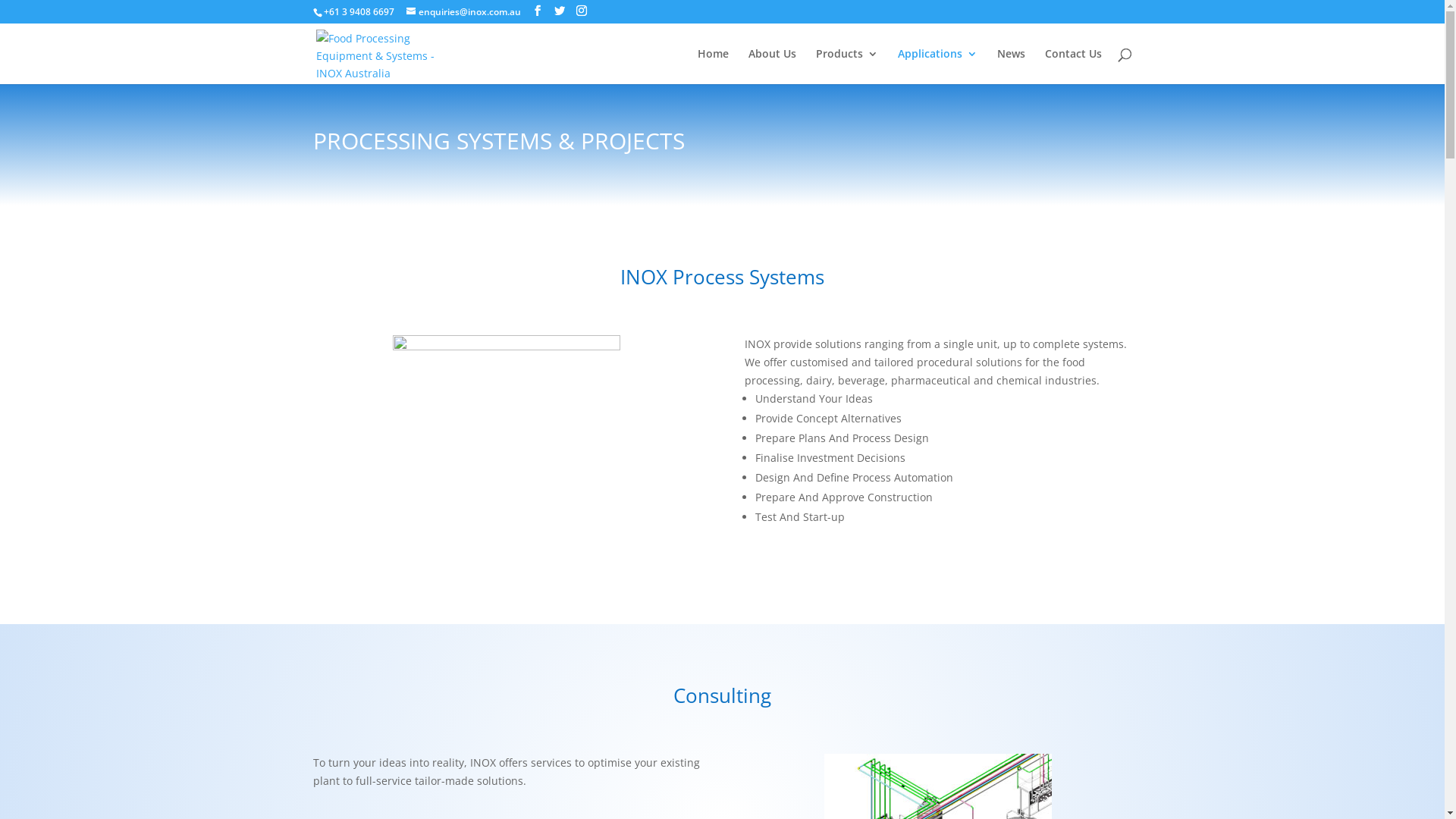  What do you see at coordinates (406, 11) in the screenshot?
I see `'enquiries@inox.com.au'` at bounding box center [406, 11].